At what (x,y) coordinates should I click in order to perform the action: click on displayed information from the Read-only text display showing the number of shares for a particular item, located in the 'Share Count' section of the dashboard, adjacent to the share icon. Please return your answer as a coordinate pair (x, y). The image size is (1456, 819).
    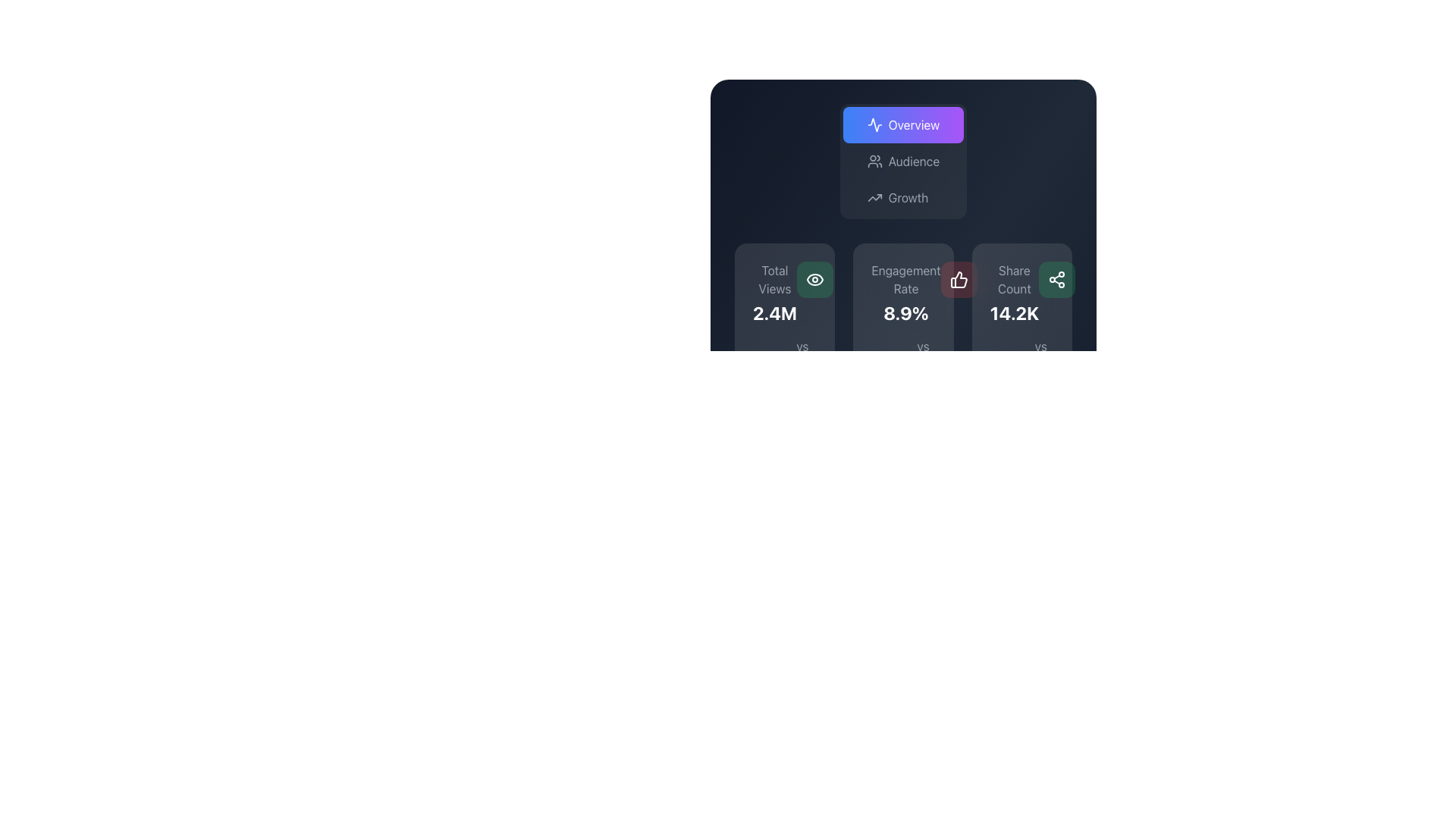
    Looking at the image, I should click on (1014, 293).